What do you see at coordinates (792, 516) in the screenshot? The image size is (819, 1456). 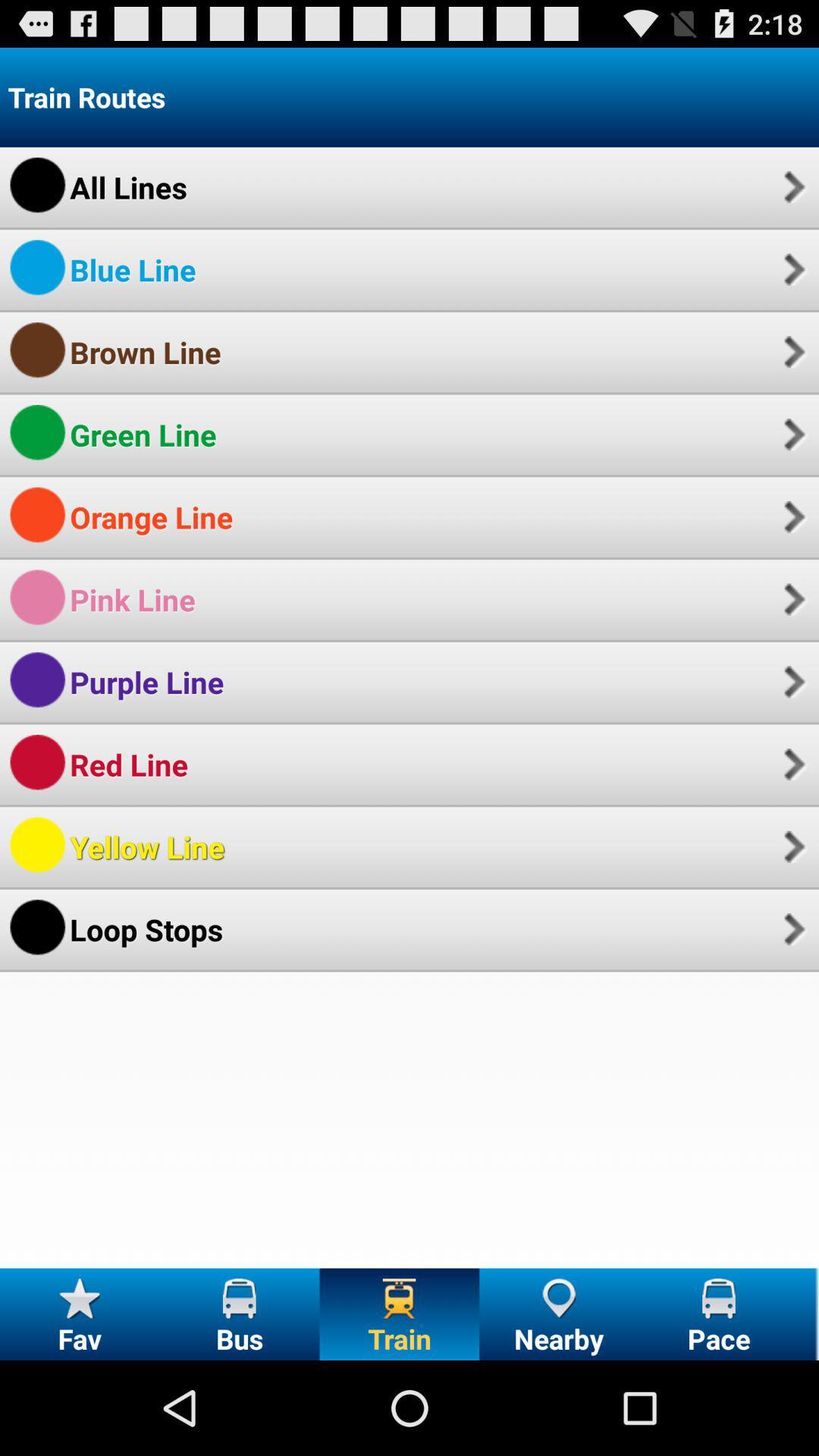 I see `the icon to the right of the orange line` at bounding box center [792, 516].